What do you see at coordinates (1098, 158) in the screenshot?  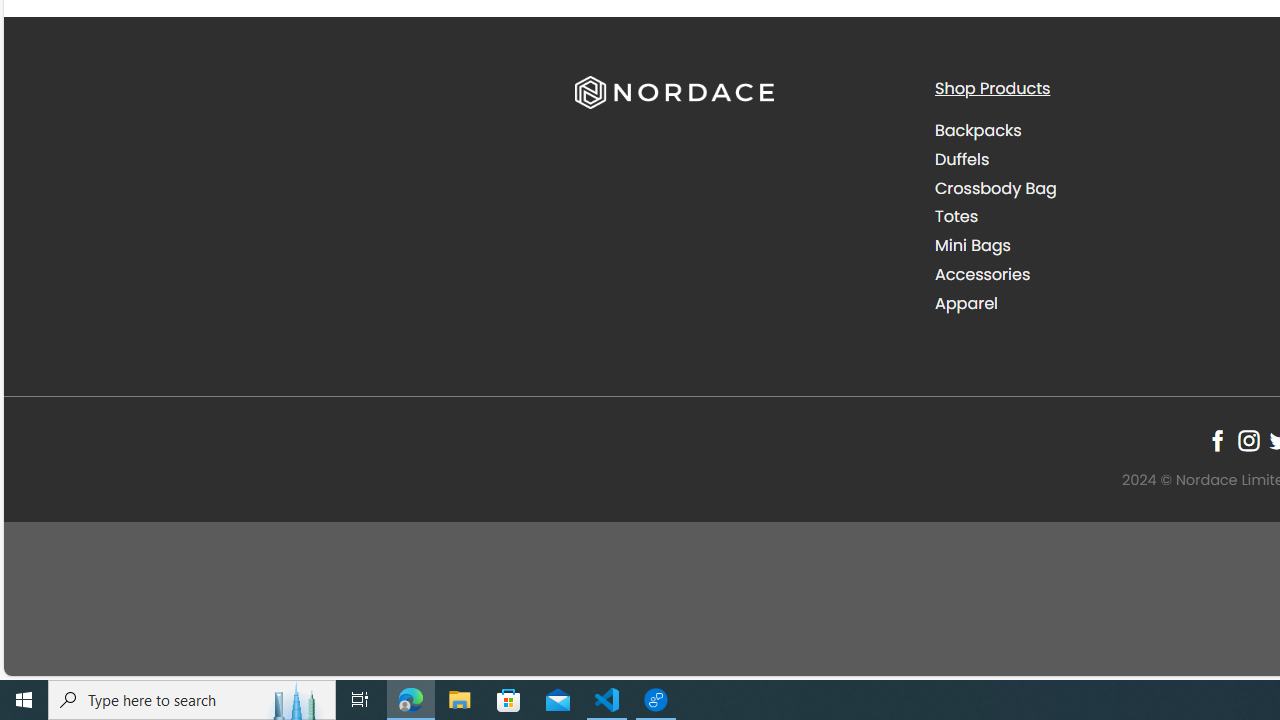 I see `'Duffels'` at bounding box center [1098, 158].